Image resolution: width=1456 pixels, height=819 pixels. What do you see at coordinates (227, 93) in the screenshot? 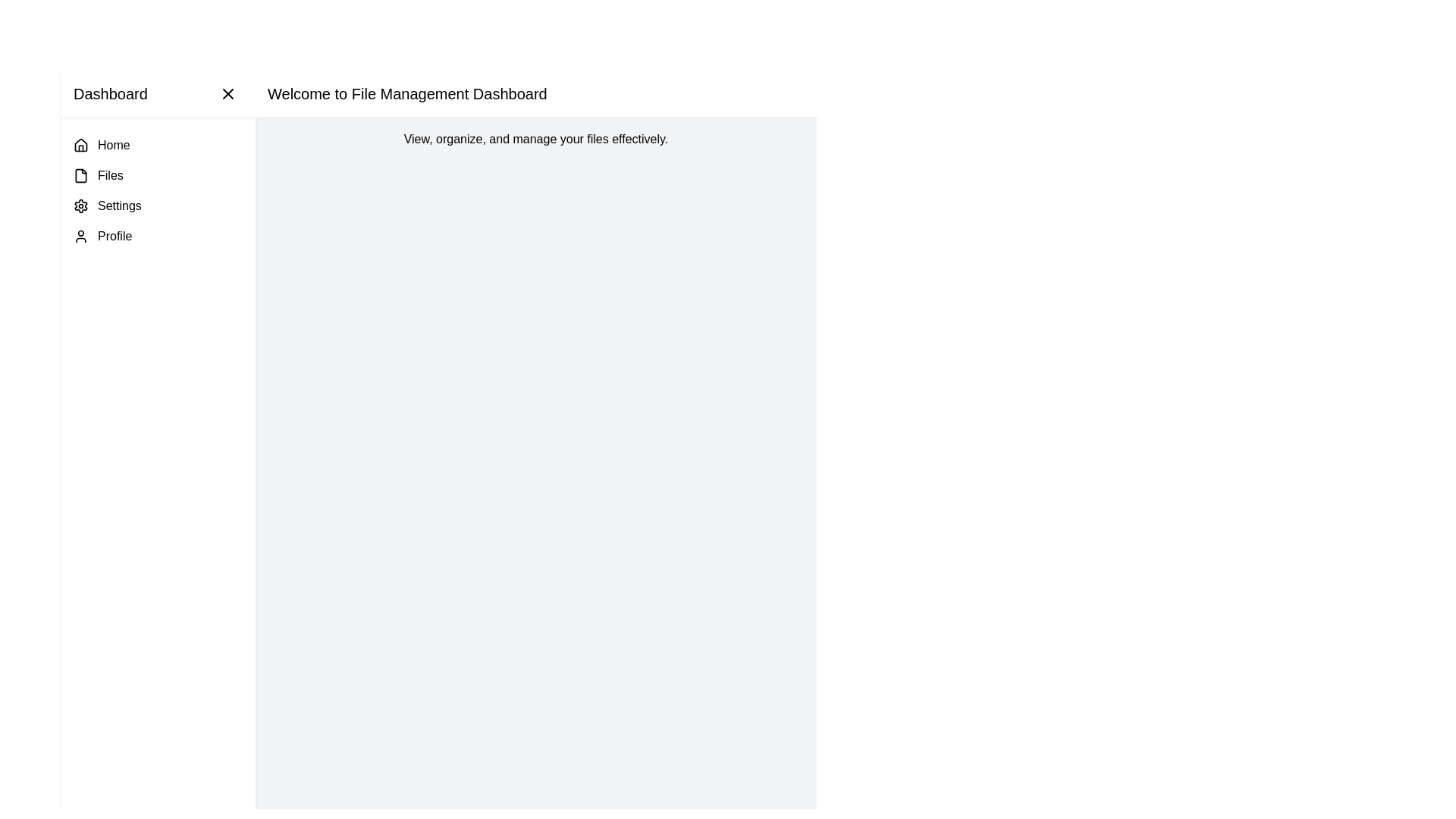
I see `the 'X' icon next to the 'Dashboard' text` at bounding box center [227, 93].